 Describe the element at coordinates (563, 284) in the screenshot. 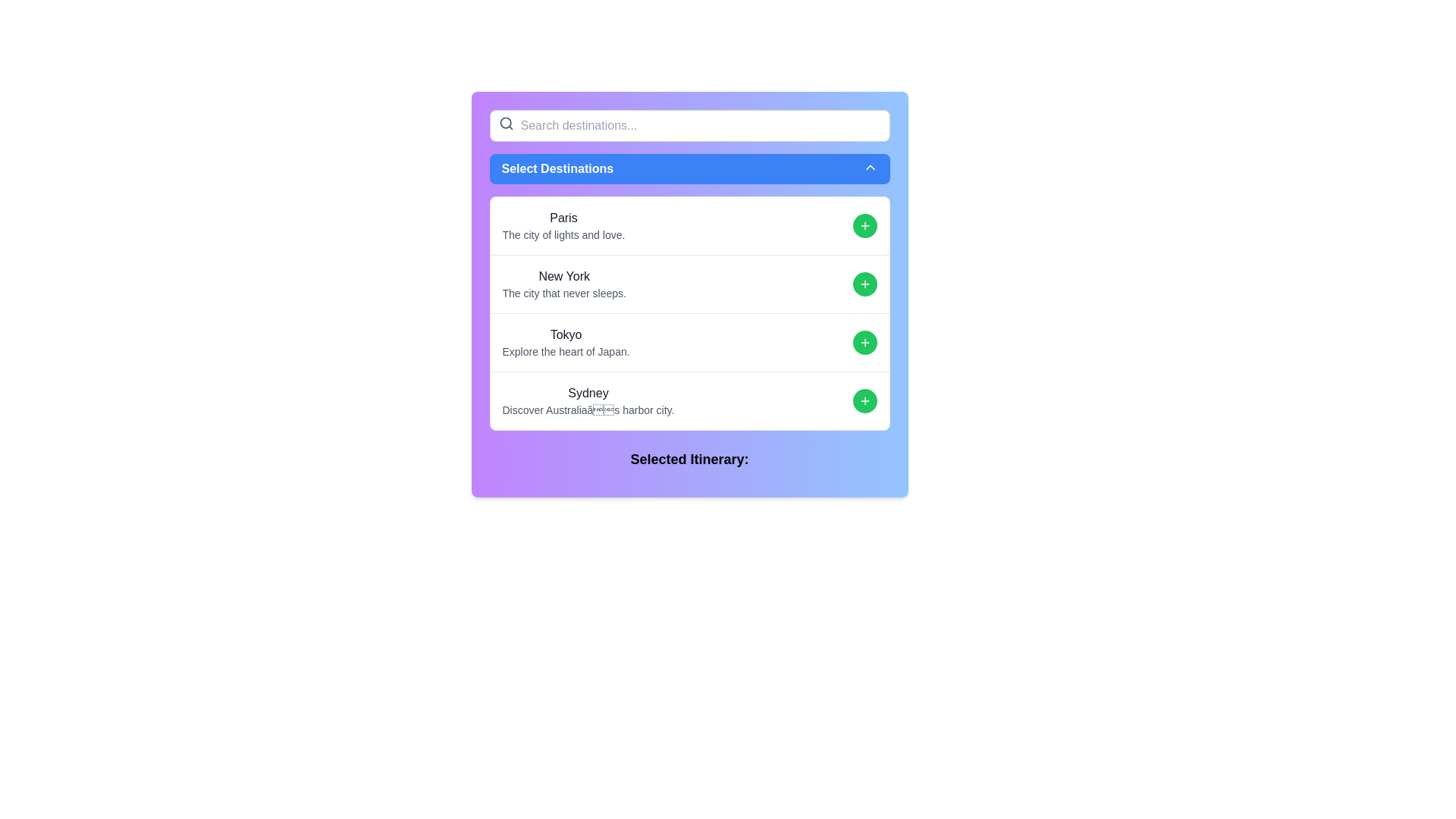

I see `text information displayed for the destination 'New York', which is the second item in the list of destinations, located in the middle section of the card-like structure` at that location.